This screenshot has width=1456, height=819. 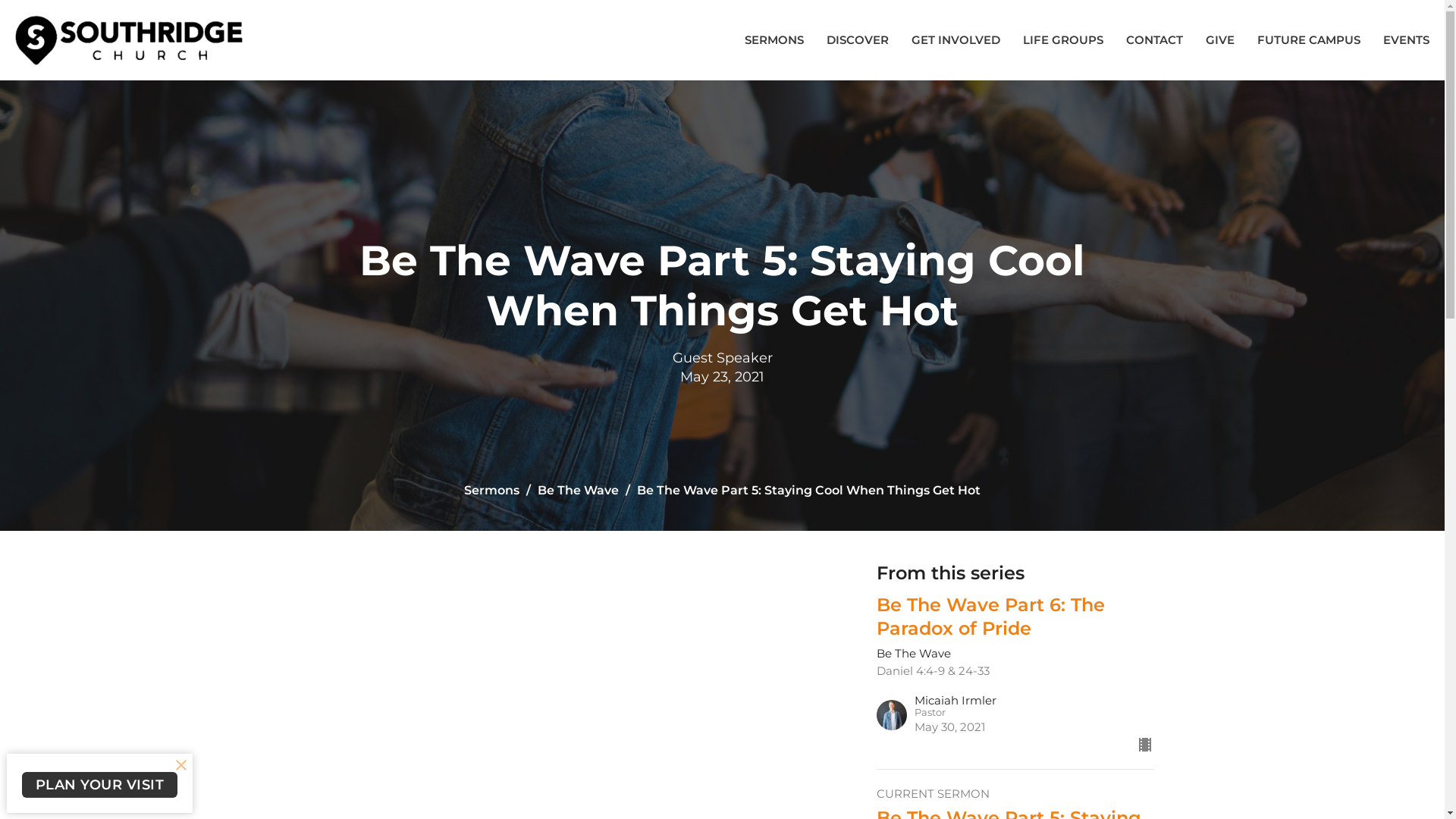 What do you see at coordinates (858, 39) in the screenshot?
I see `'DISCOVER'` at bounding box center [858, 39].